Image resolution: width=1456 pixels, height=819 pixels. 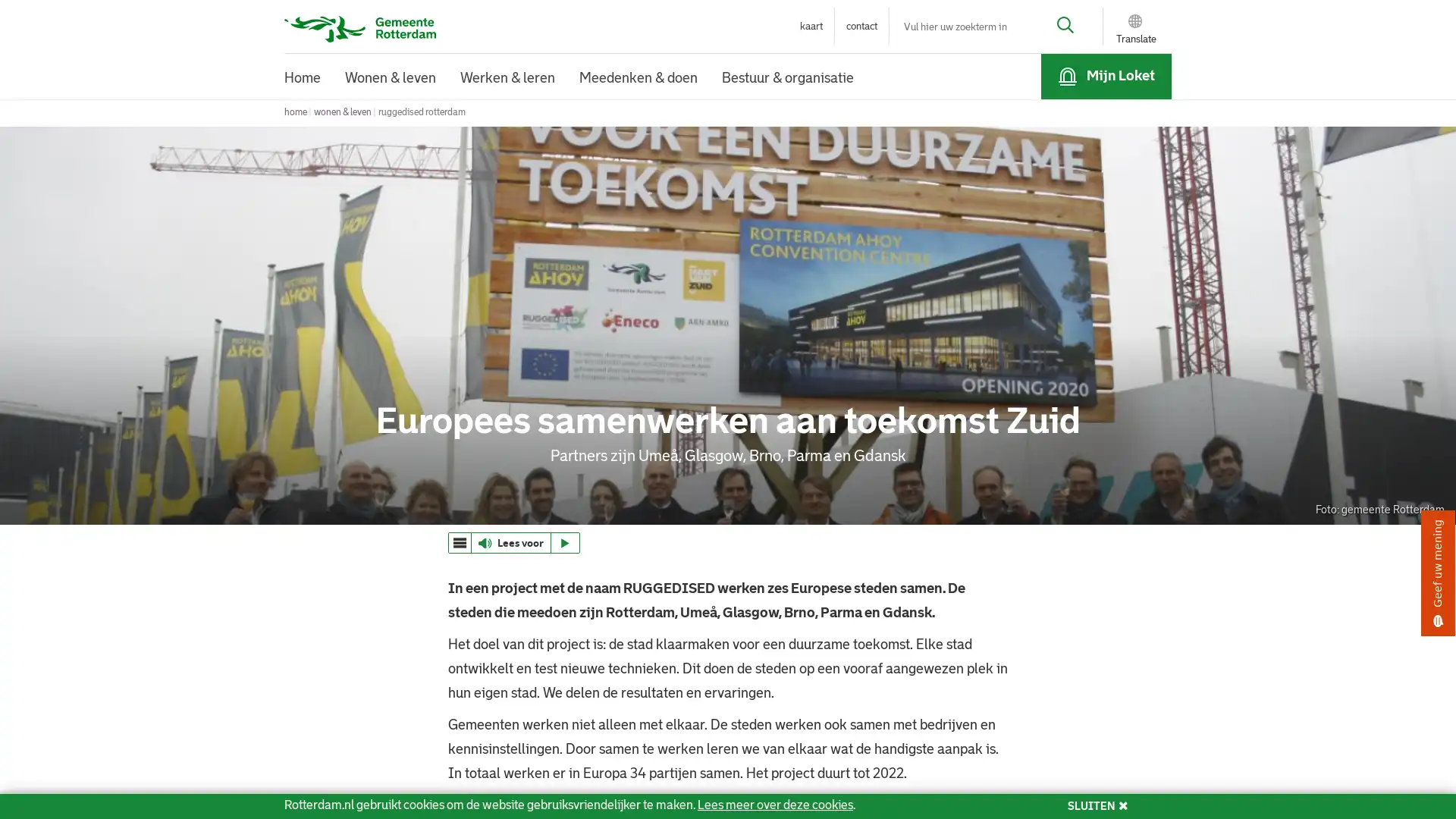 I want to click on webReader menu, so click(x=459, y=542).